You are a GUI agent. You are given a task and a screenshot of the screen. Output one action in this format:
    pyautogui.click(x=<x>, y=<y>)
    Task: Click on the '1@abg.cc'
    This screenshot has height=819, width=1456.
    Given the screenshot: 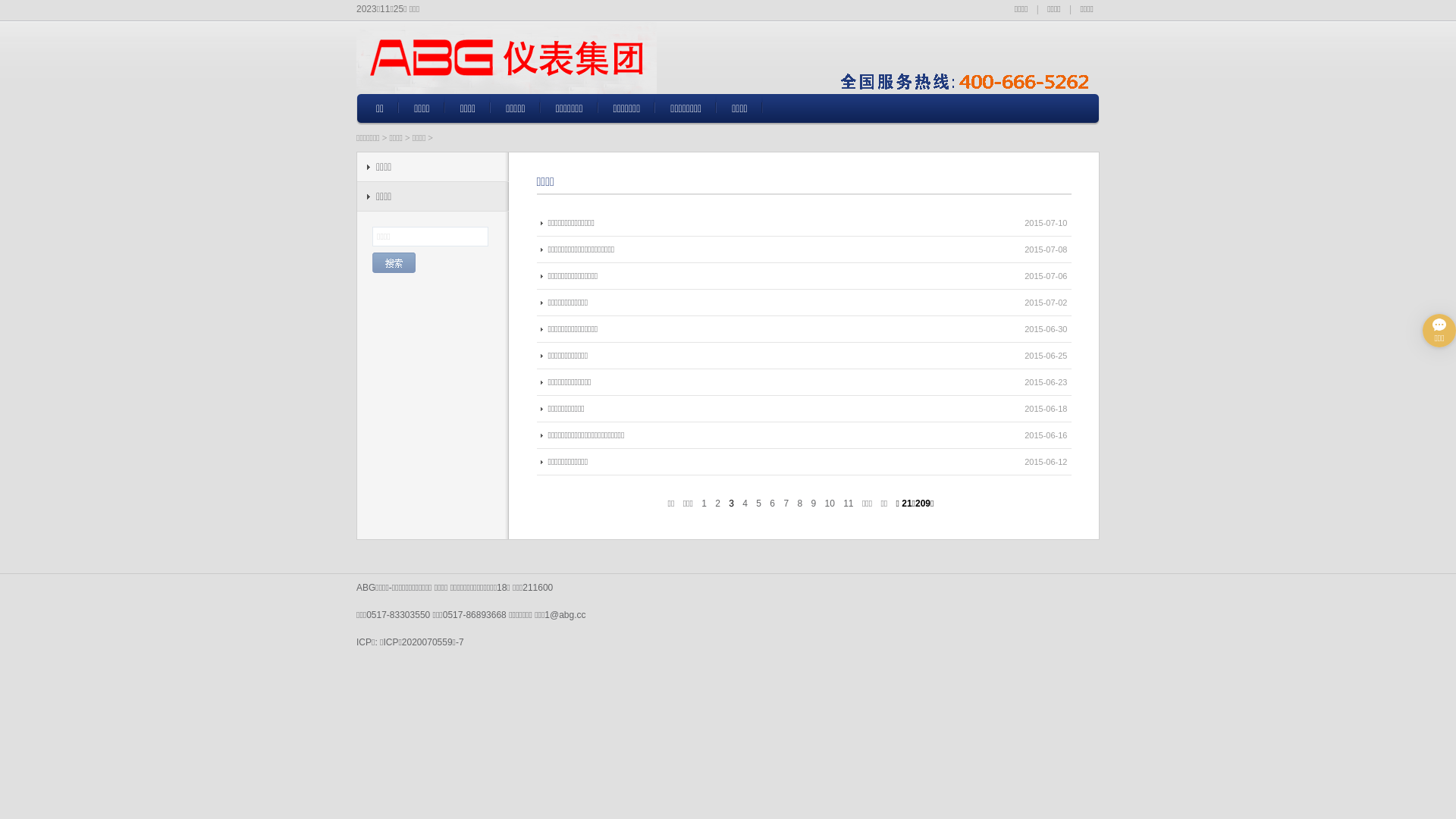 What is the action you would take?
    pyautogui.click(x=563, y=614)
    